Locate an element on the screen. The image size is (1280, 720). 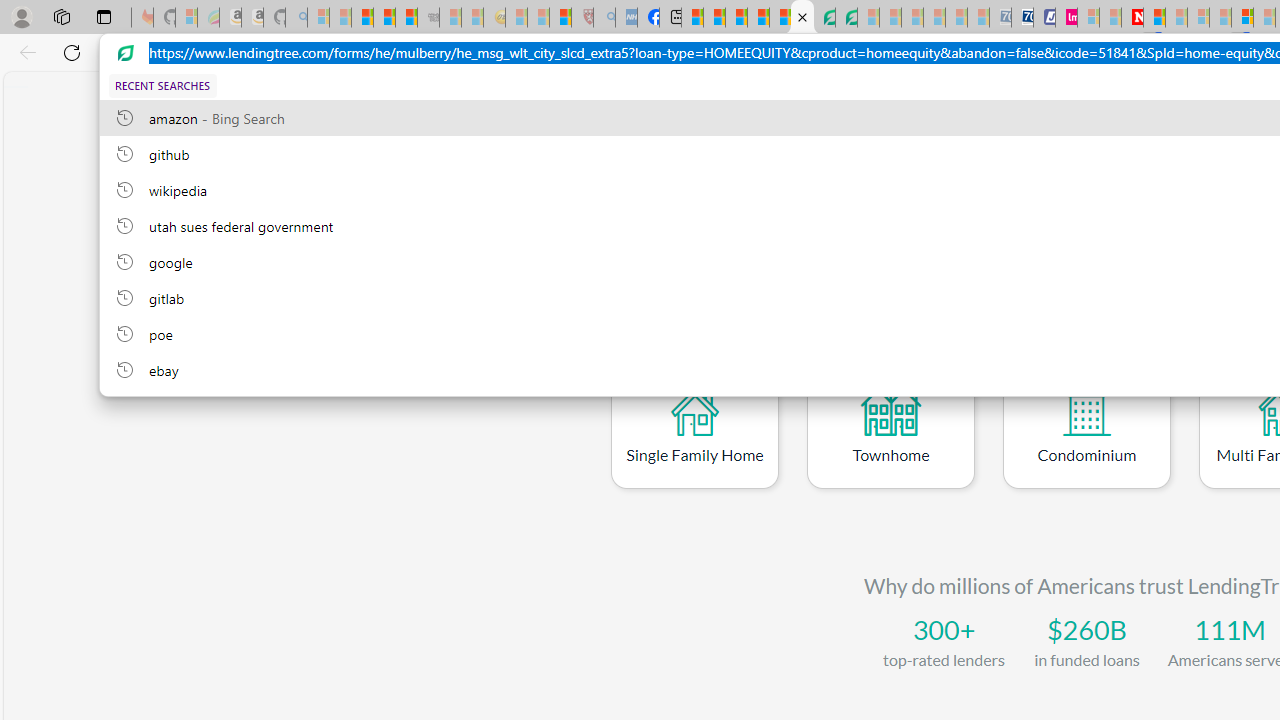
'New Report Confirms 2023 Was Record Hot | Watch' is located at coordinates (405, 17).